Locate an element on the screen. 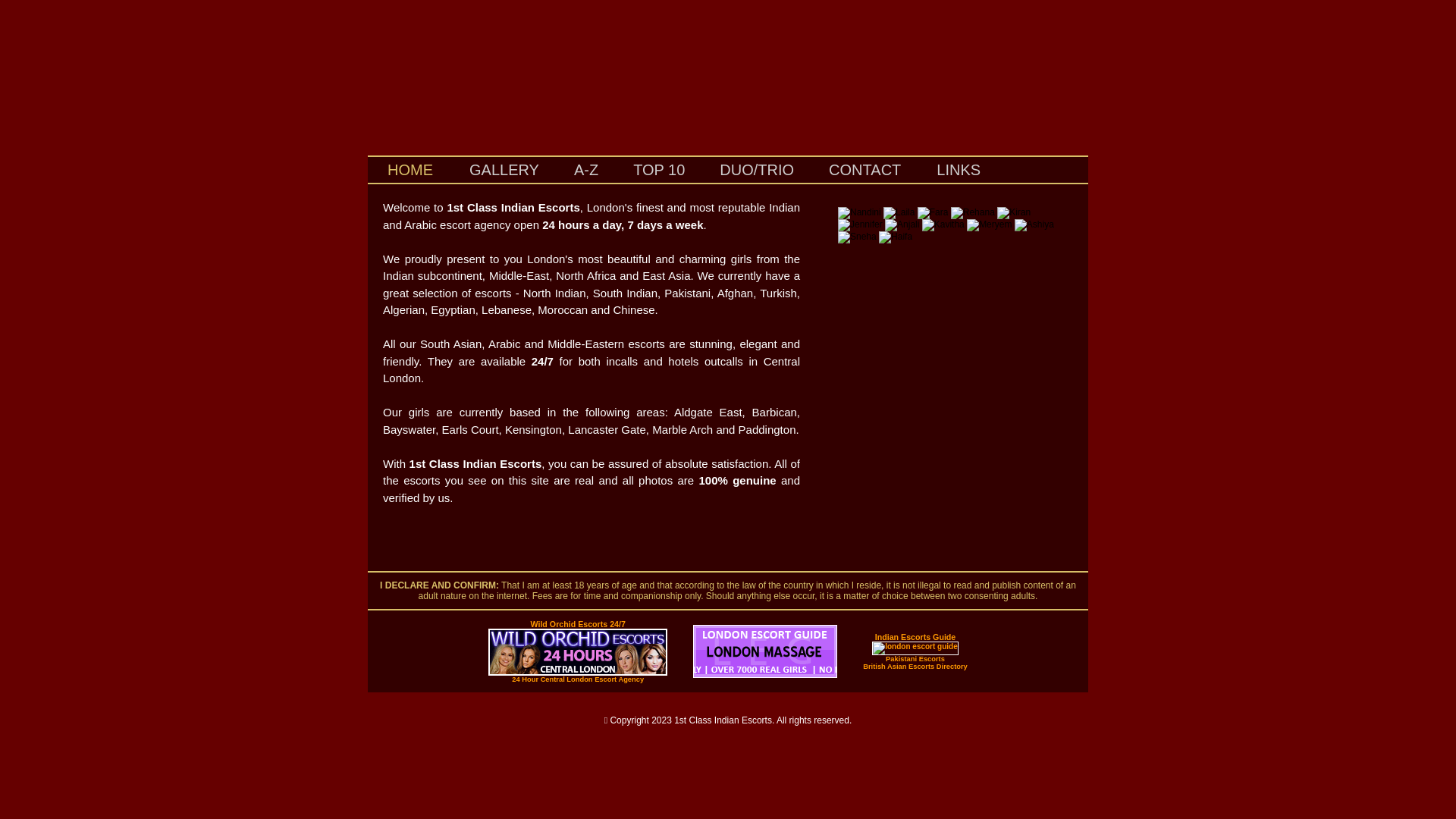  'British Asian Escorts Directory' is located at coordinates (914, 665).